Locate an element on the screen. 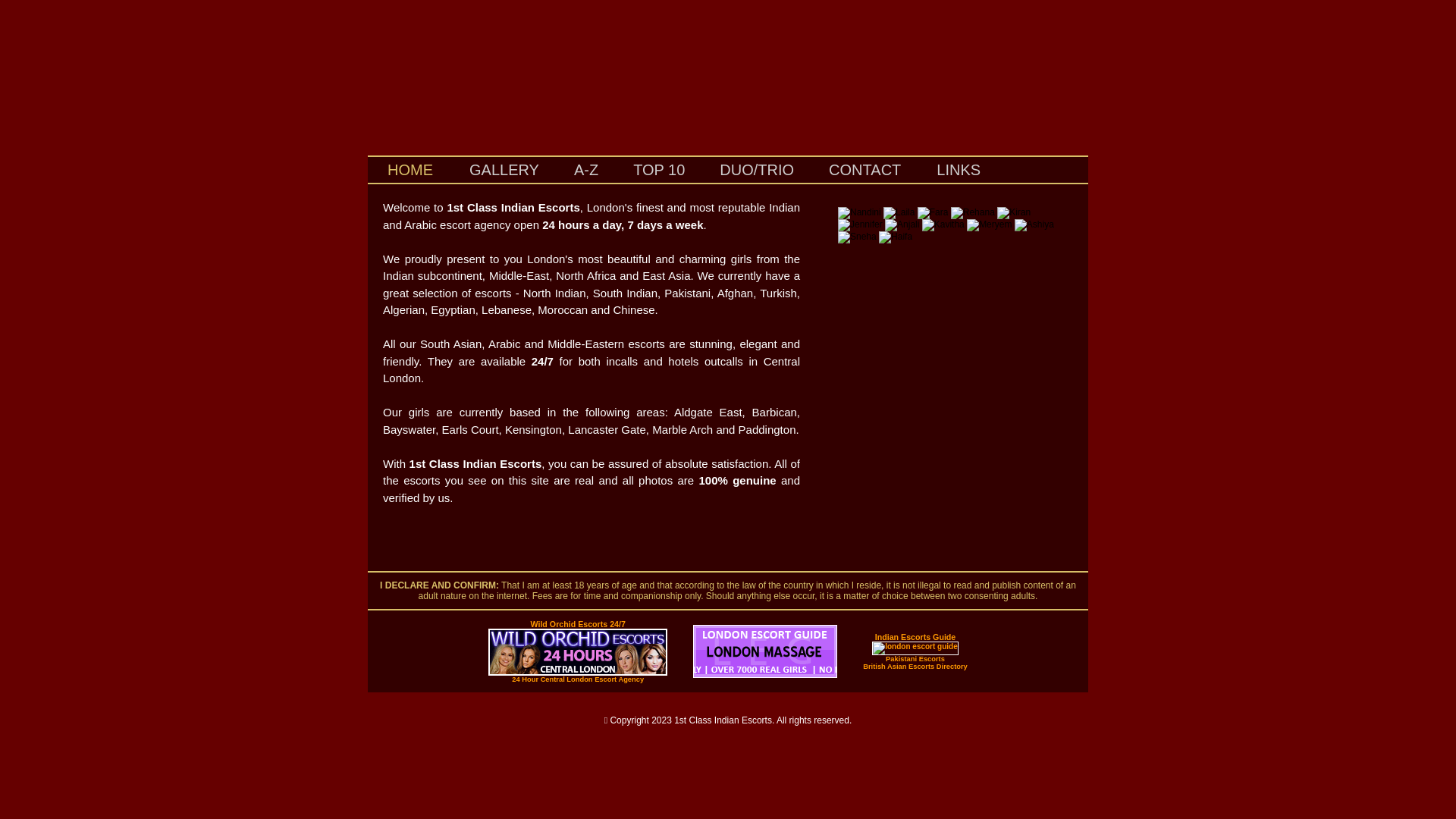  'British Asian Escorts Directory' is located at coordinates (914, 665).